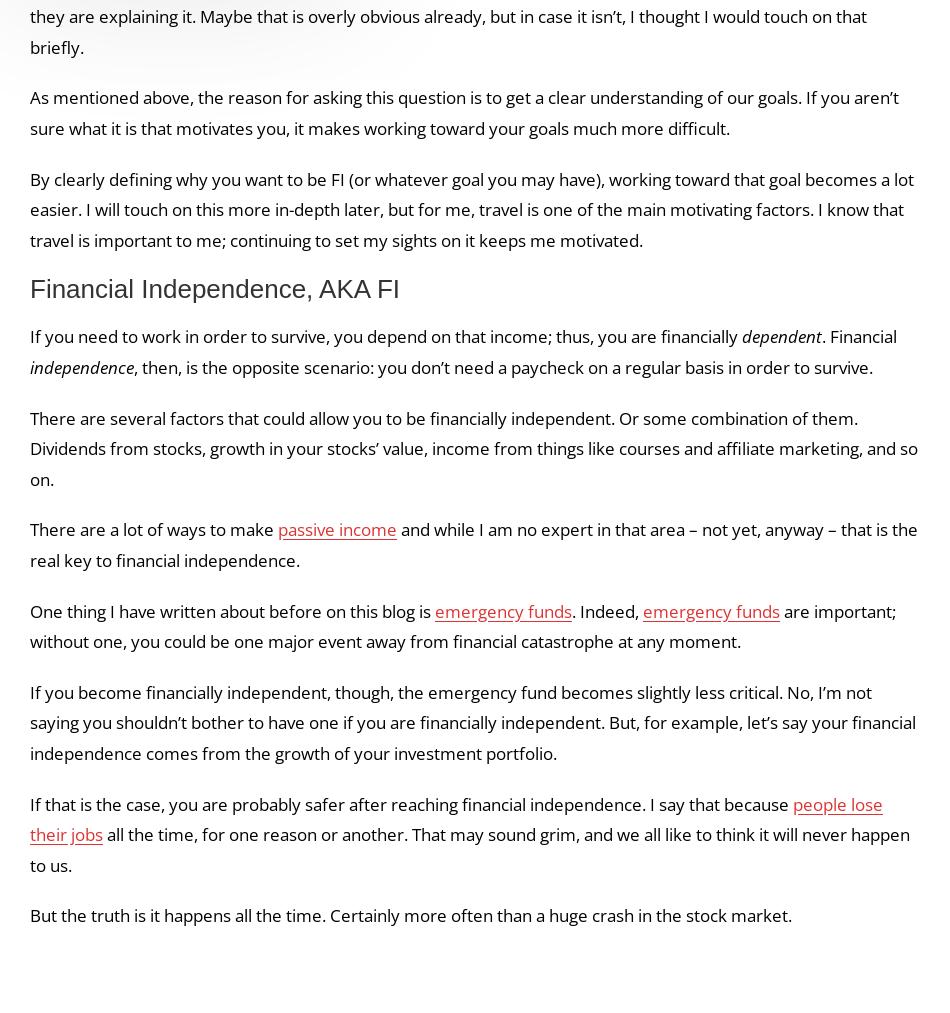 The height and width of the screenshot is (1013, 950). What do you see at coordinates (153, 529) in the screenshot?
I see `'There are a lot of ways to make'` at bounding box center [153, 529].